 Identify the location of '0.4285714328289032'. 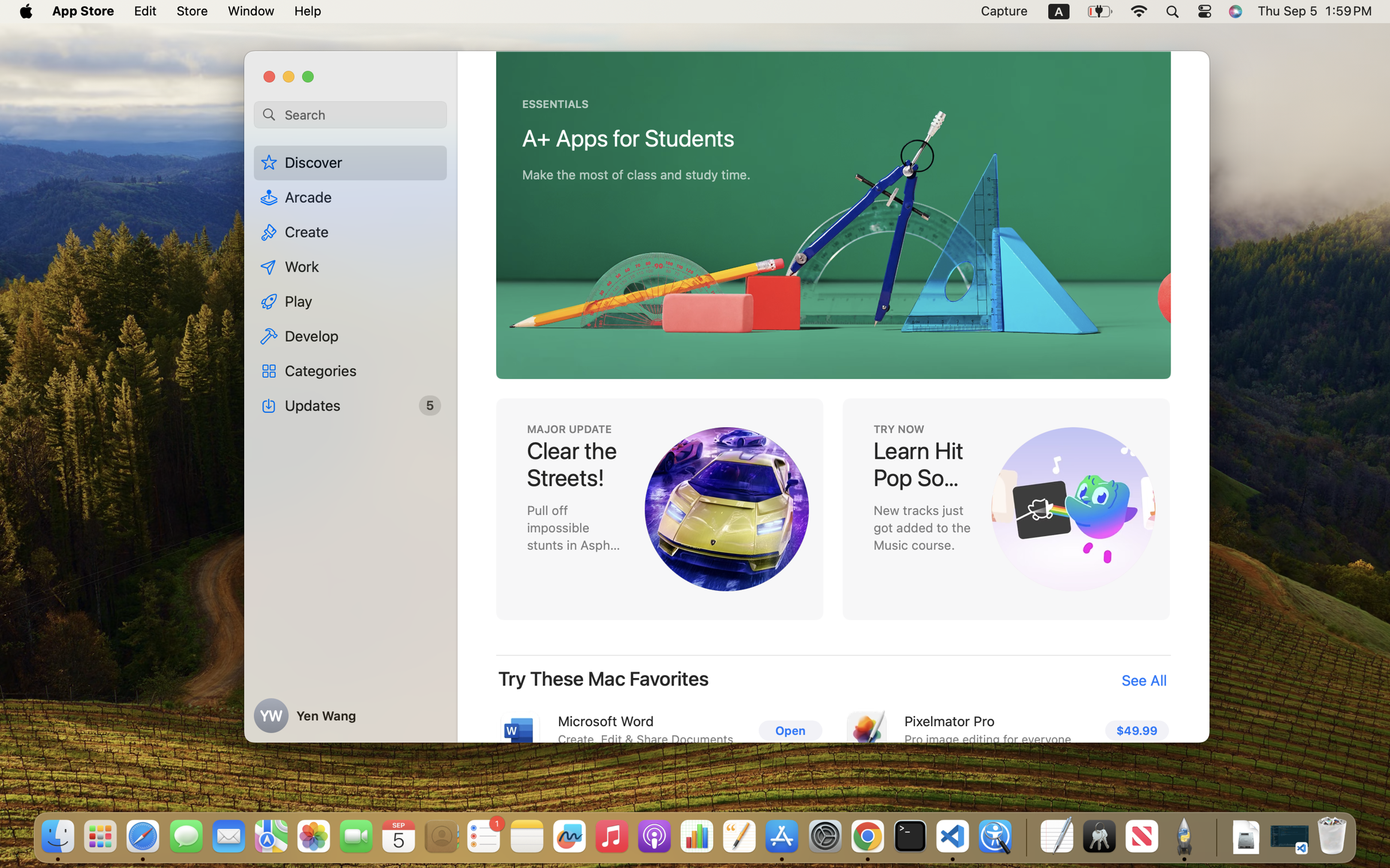
(1025, 836).